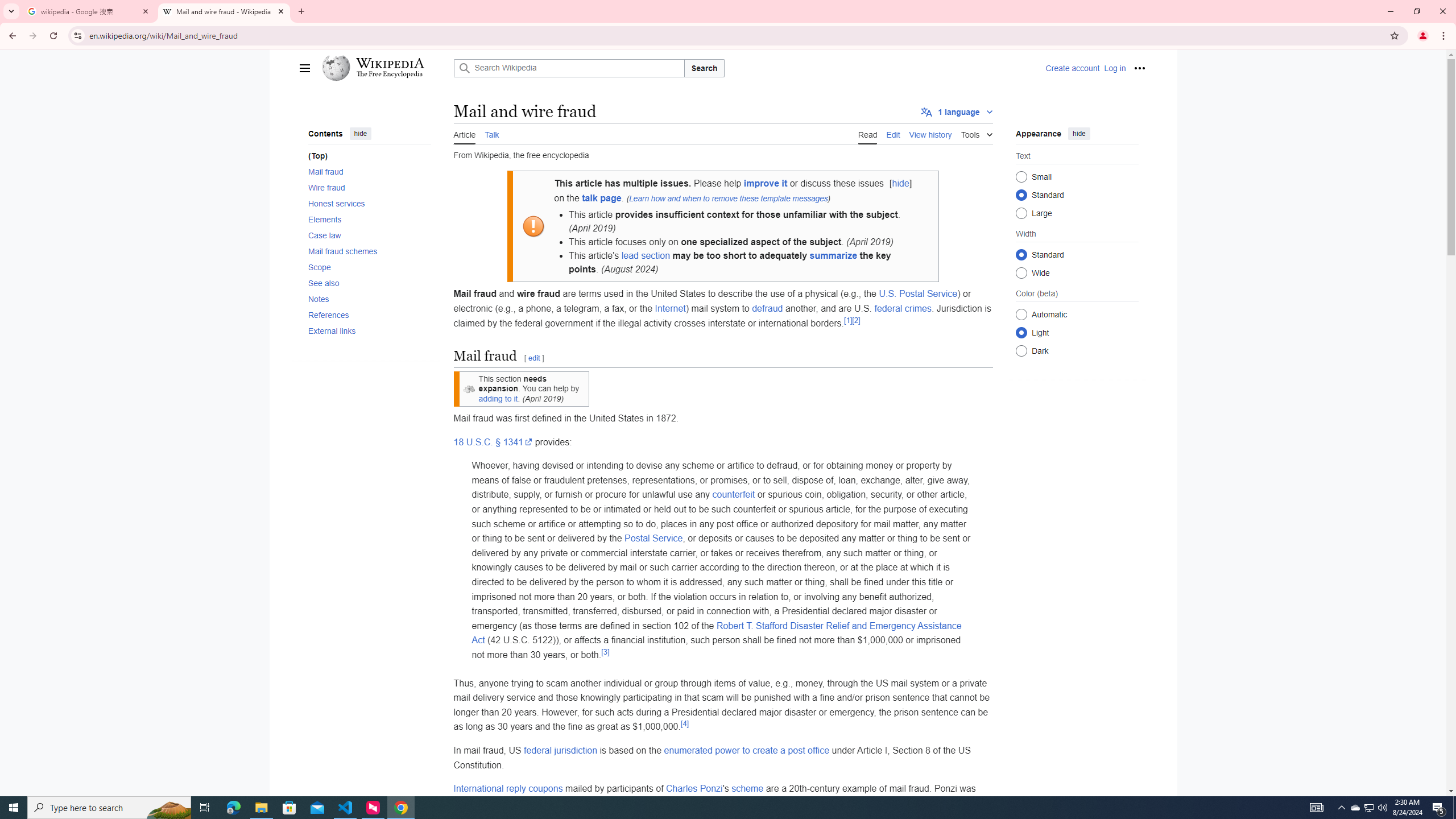 This screenshot has width=1456, height=819. Describe the element at coordinates (848, 320) in the screenshot. I see `'[1]'` at that location.